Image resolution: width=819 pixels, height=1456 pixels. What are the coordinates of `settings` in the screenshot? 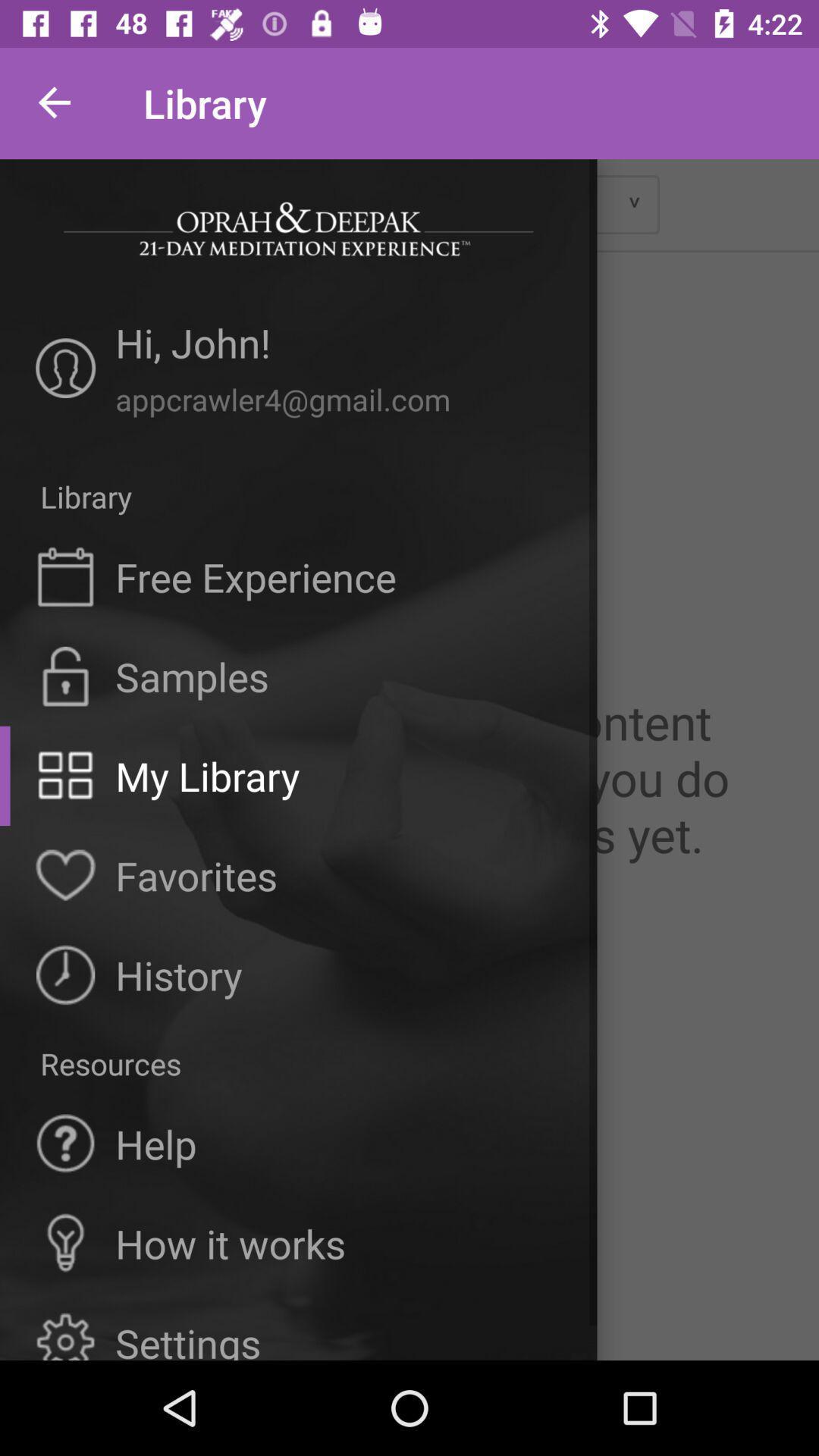 It's located at (187, 1338).